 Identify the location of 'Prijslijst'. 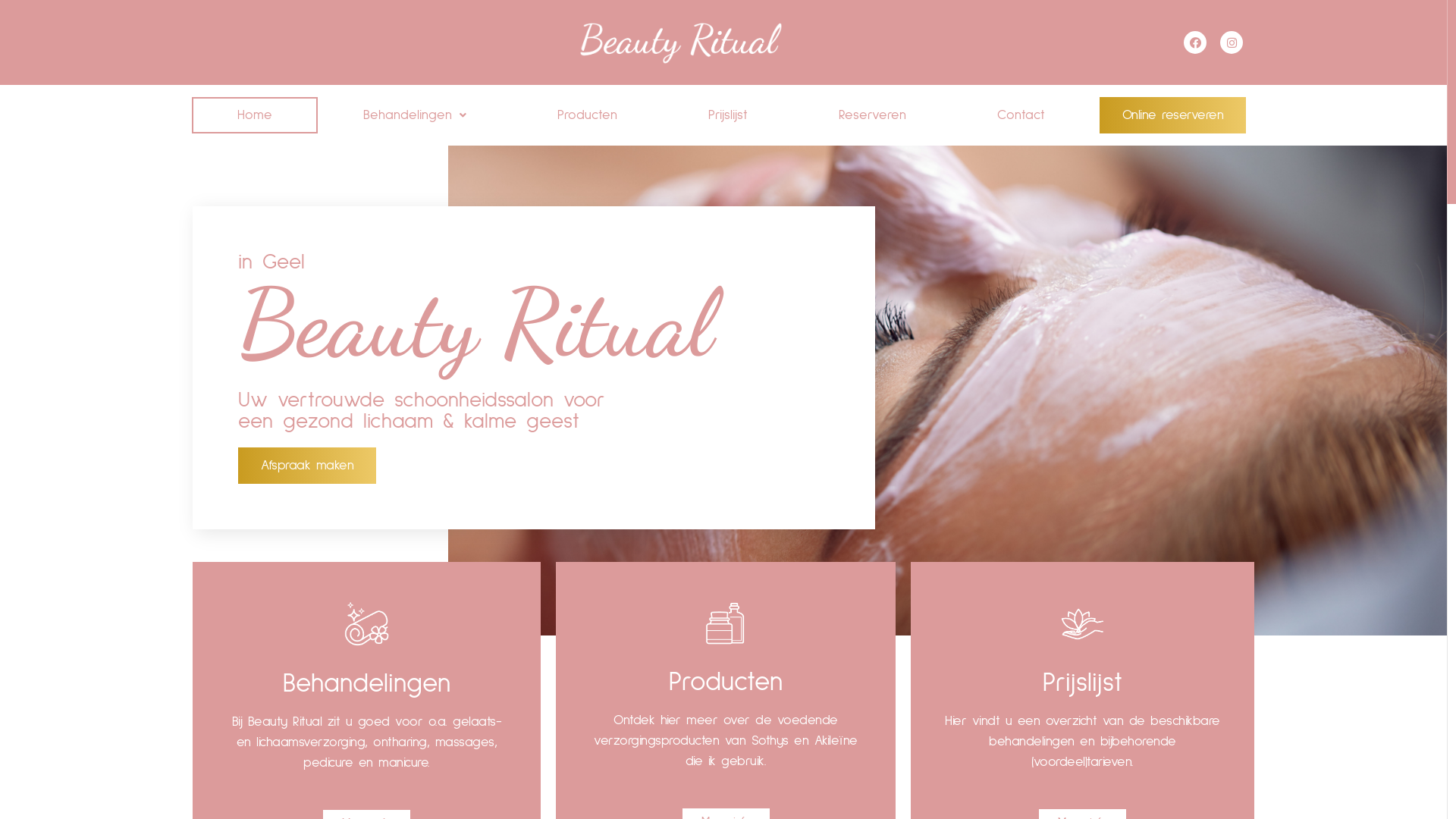
(662, 114).